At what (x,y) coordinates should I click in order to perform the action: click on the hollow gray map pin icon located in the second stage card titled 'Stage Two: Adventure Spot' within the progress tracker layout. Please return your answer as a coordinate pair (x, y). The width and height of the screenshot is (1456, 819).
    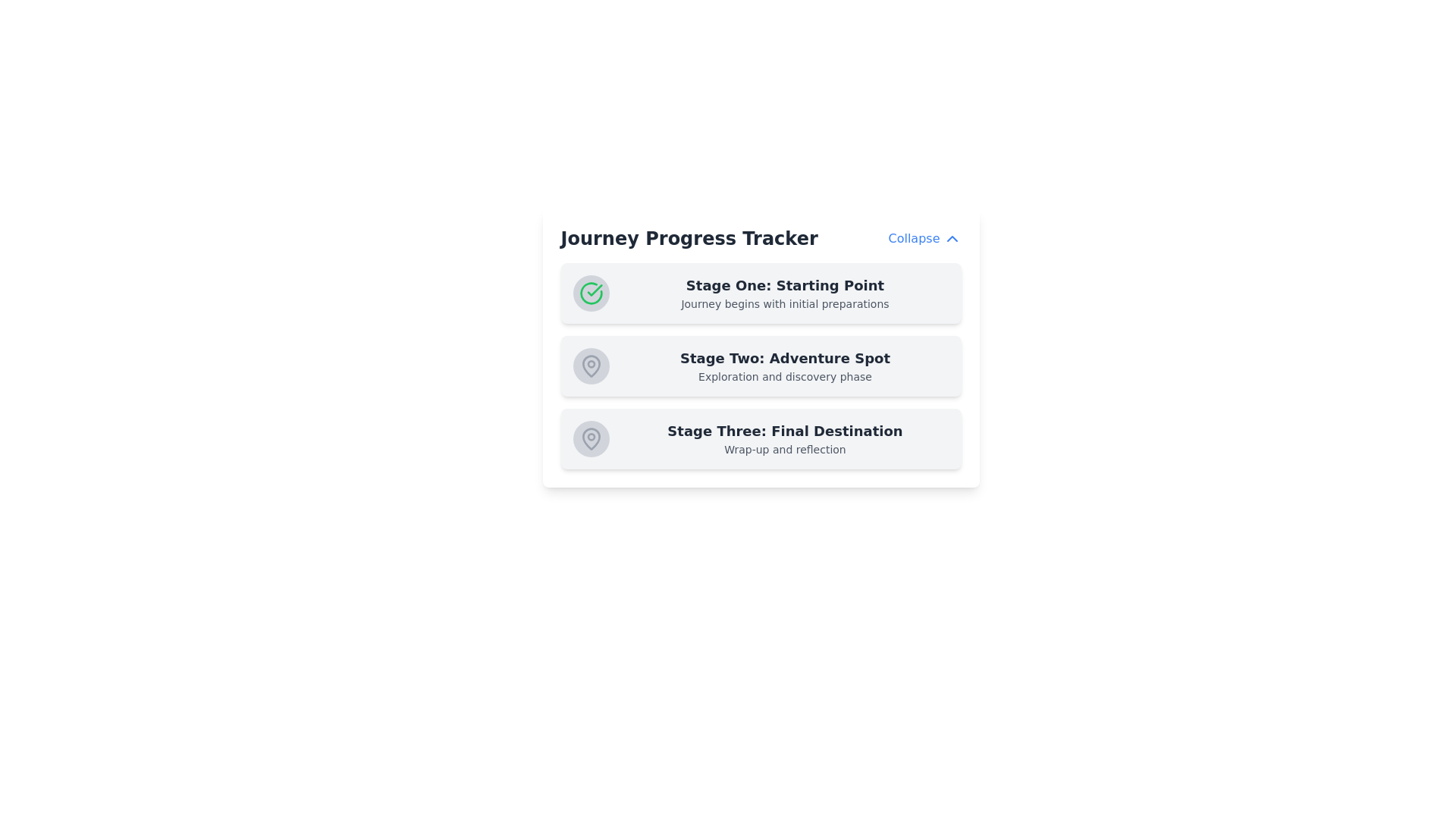
    Looking at the image, I should click on (590, 366).